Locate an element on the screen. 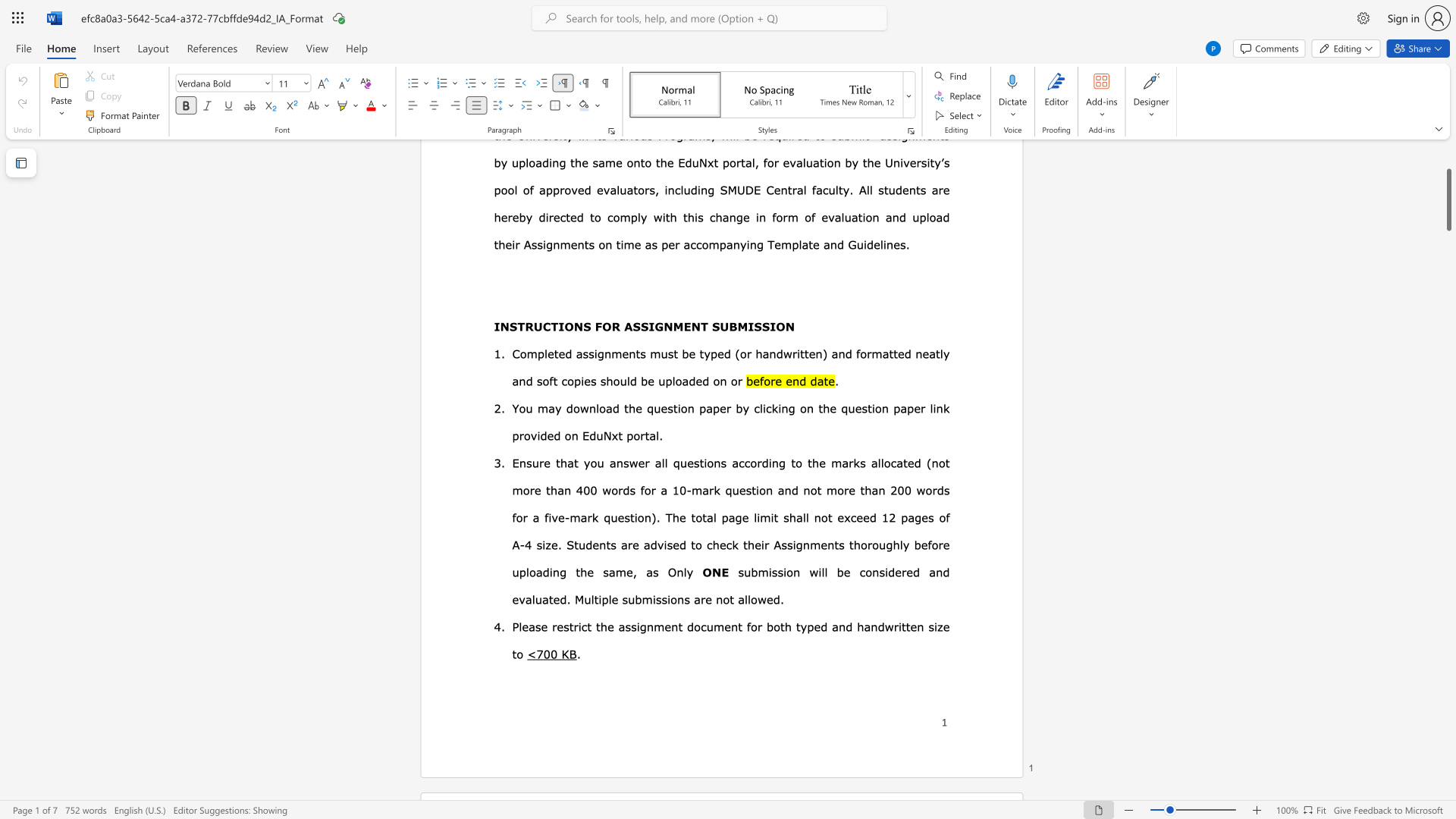 Image resolution: width=1456 pixels, height=819 pixels. the scrollbar and move down 3350 pixels is located at coordinates (1448, 199).